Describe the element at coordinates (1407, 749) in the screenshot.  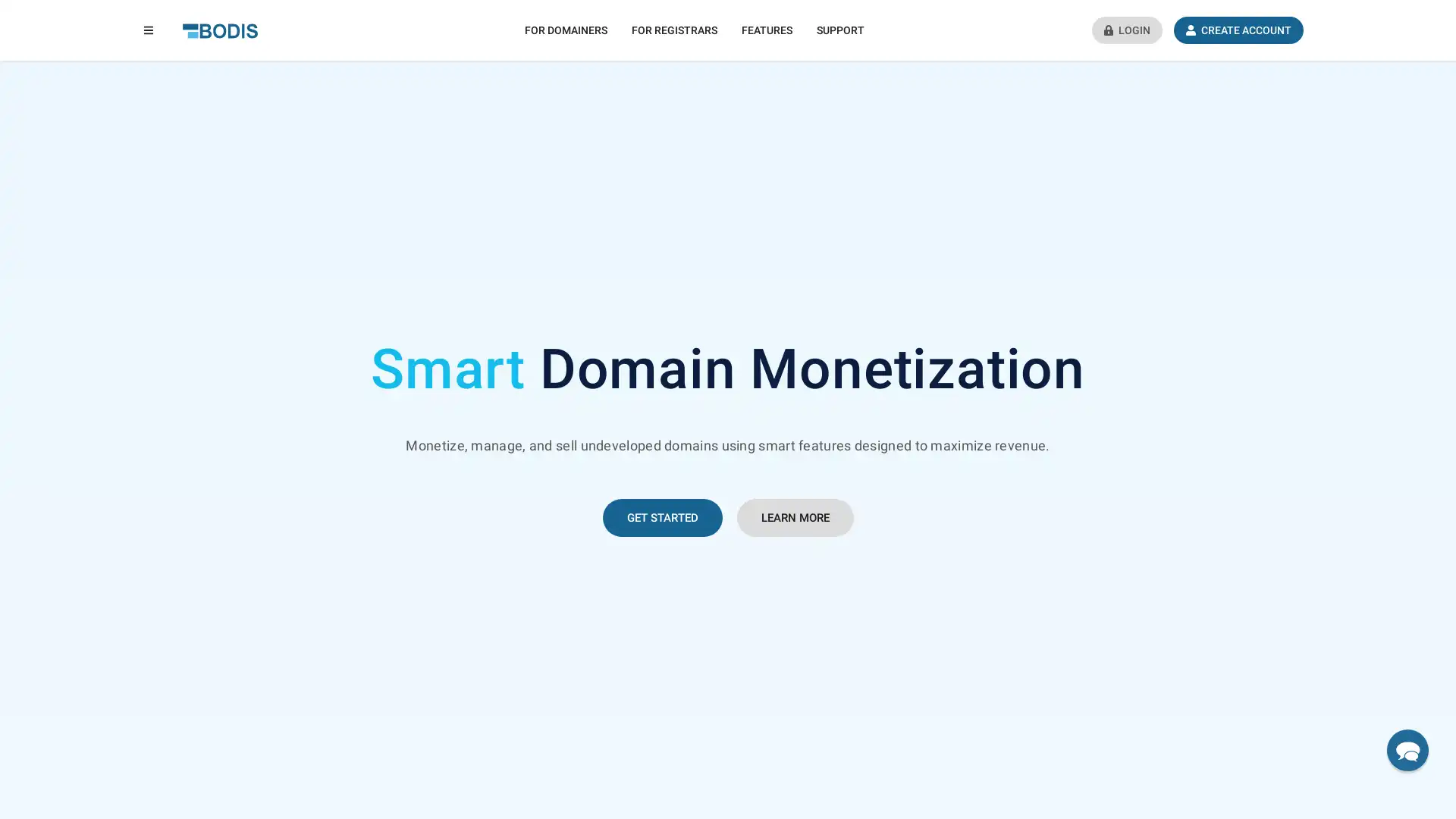
I see `Chat widget toggle` at that location.